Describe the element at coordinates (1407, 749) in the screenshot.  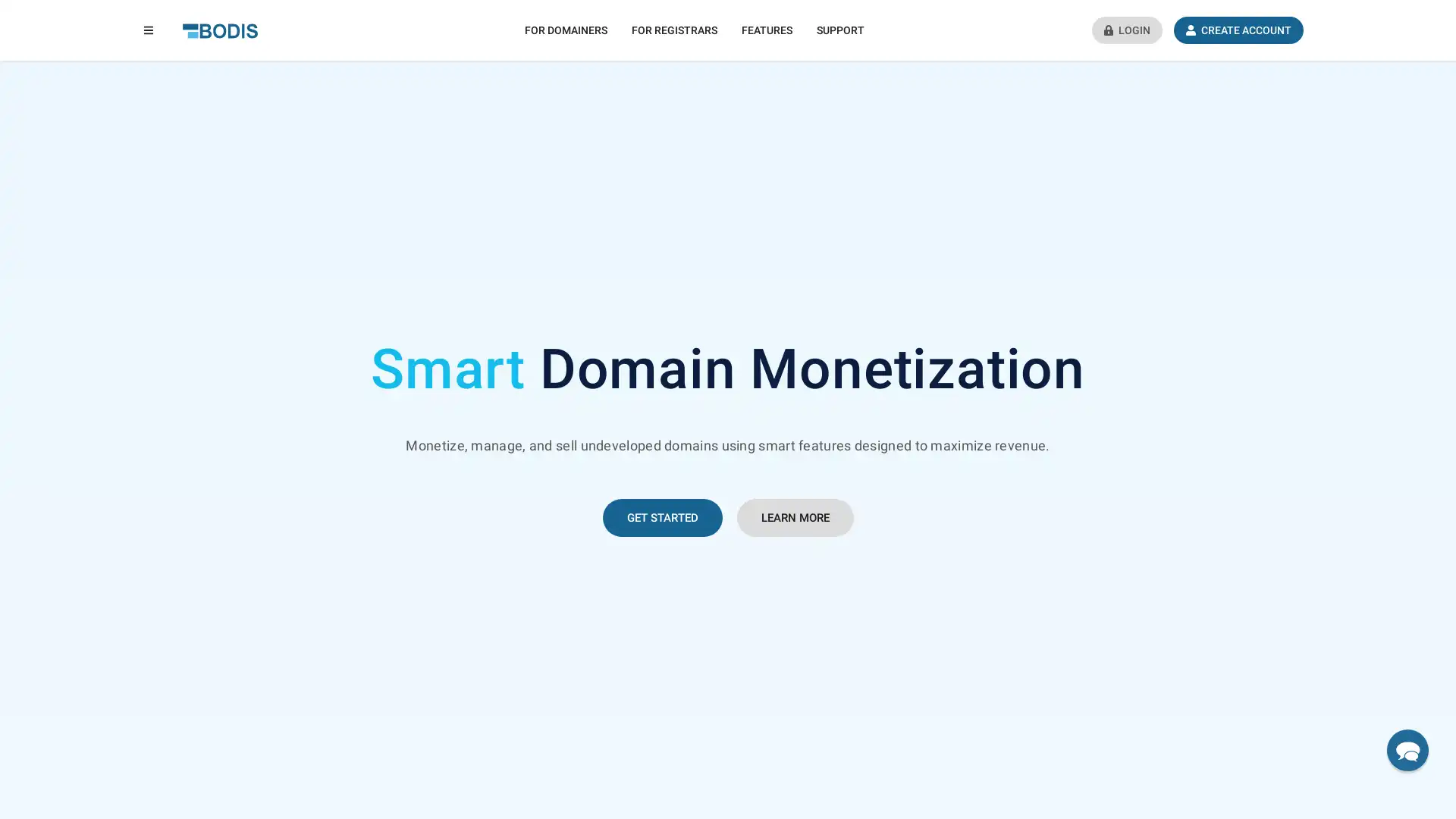
I see `Chat widget toggle` at that location.